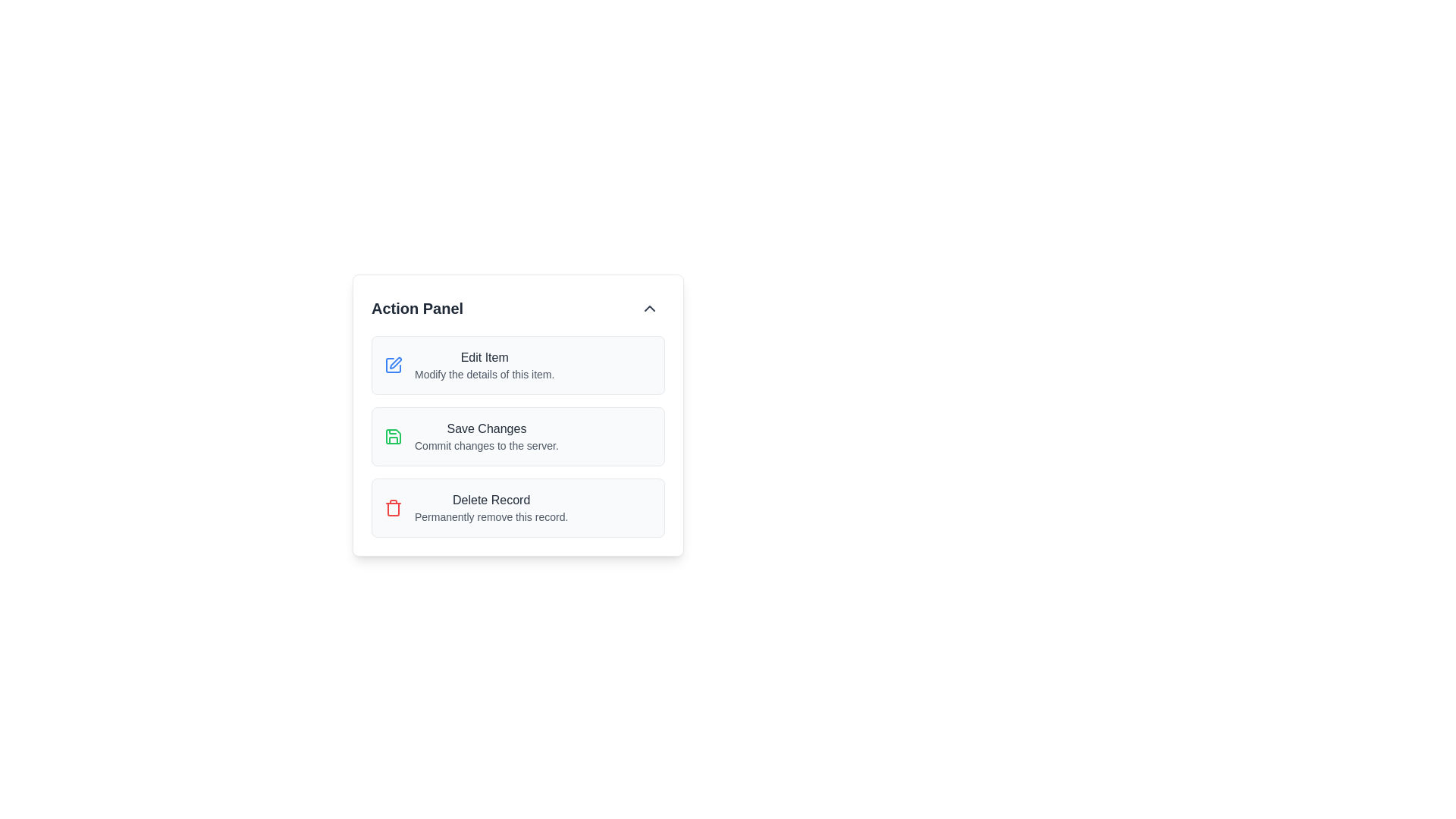 The image size is (1456, 819). Describe the element at coordinates (393, 366) in the screenshot. I see `the rectangular diagram with rounded corners, styled in blue, located to the left of the 'Edit Item' label in the second row of the 'Action Panel' card` at that location.